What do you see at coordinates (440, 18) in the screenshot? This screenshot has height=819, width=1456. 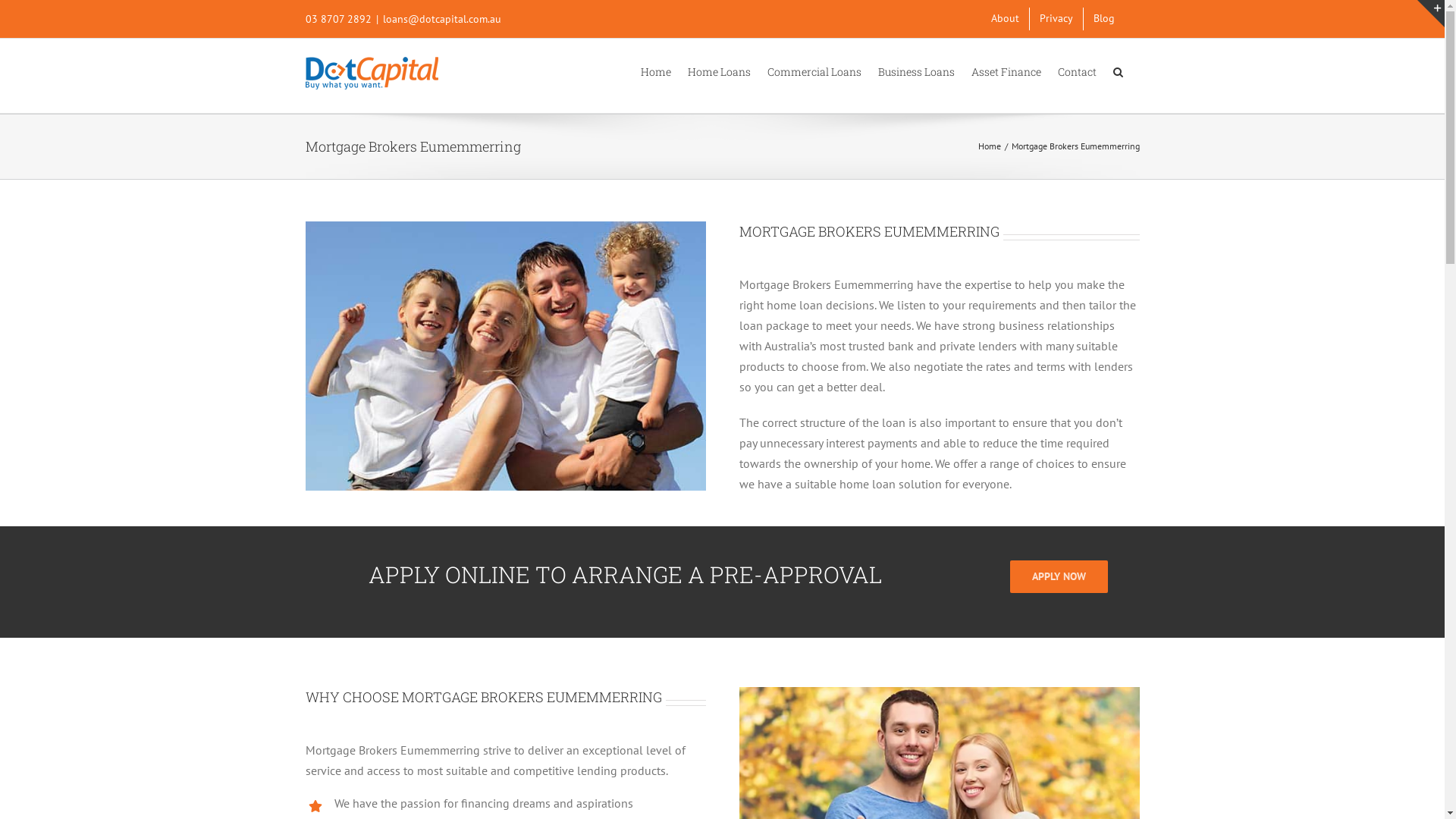 I see `'loans@dotcapital.com.au'` at bounding box center [440, 18].